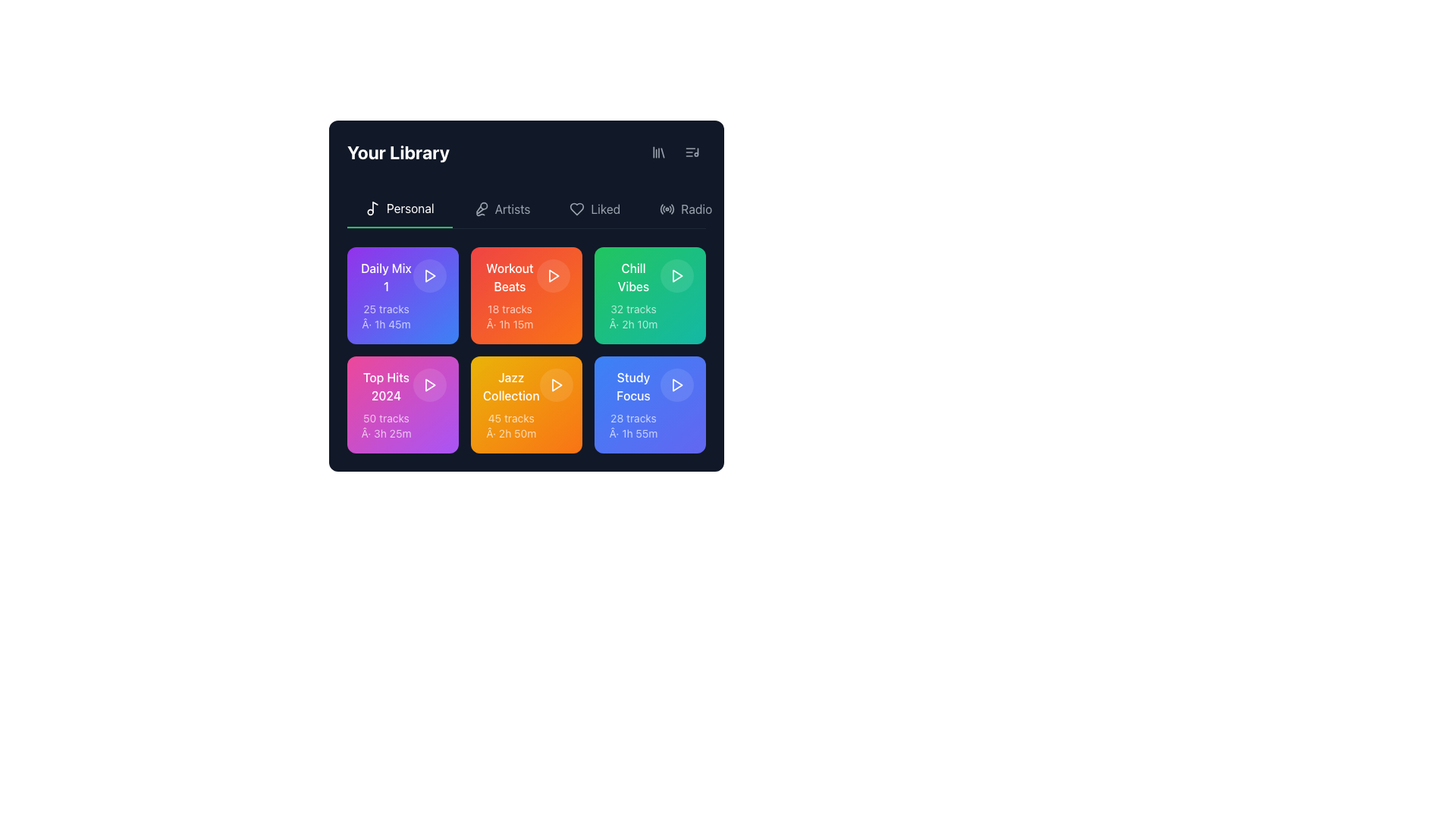 The height and width of the screenshot is (819, 1456). Describe the element at coordinates (676, 384) in the screenshot. I see `the play button located at the center of the circular button` at that location.